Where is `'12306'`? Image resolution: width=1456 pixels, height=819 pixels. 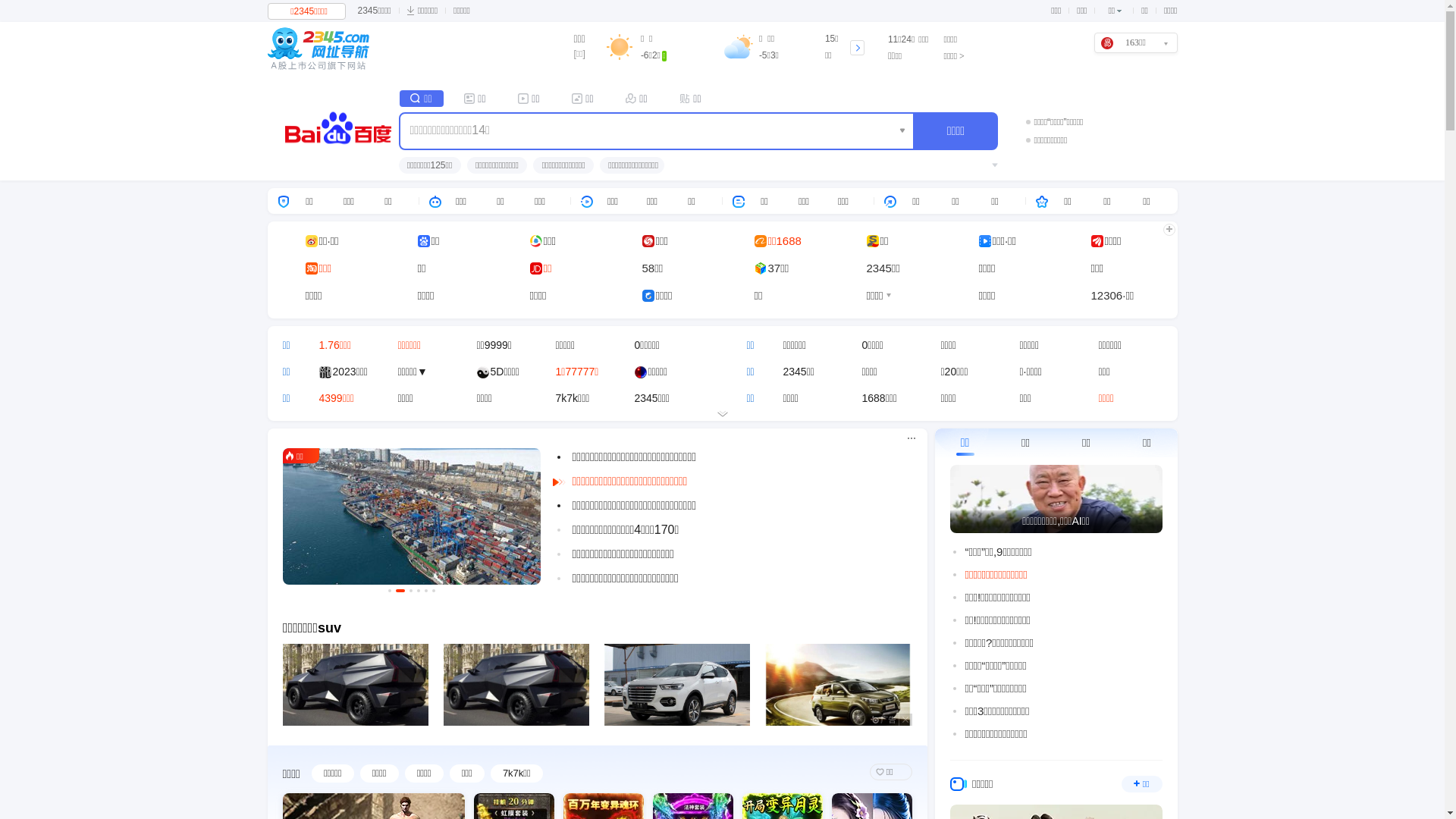
'12306' is located at coordinates (1106, 295).